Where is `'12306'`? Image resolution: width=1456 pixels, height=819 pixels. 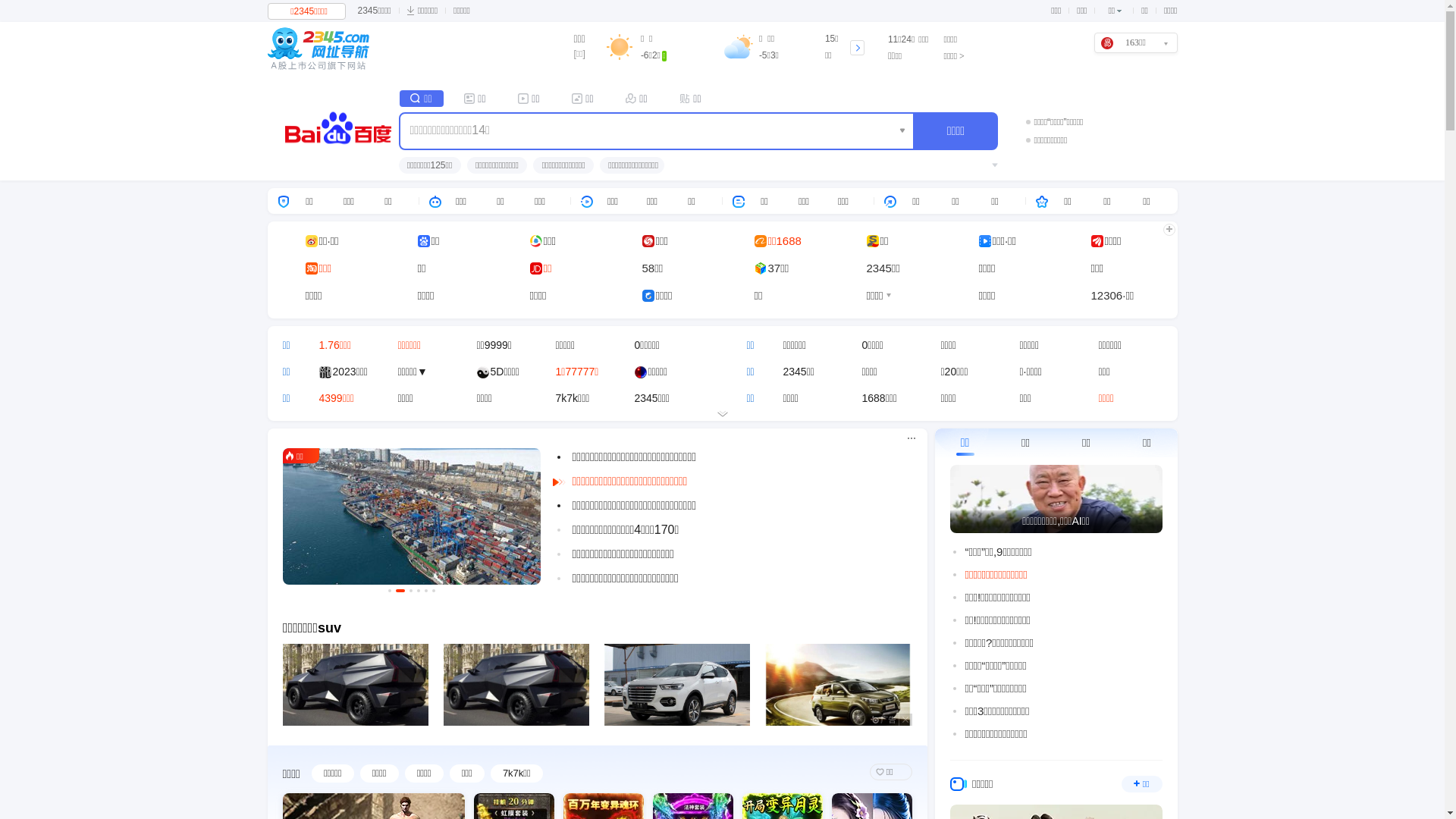
'12306' is located at coordinates (1106, 295).